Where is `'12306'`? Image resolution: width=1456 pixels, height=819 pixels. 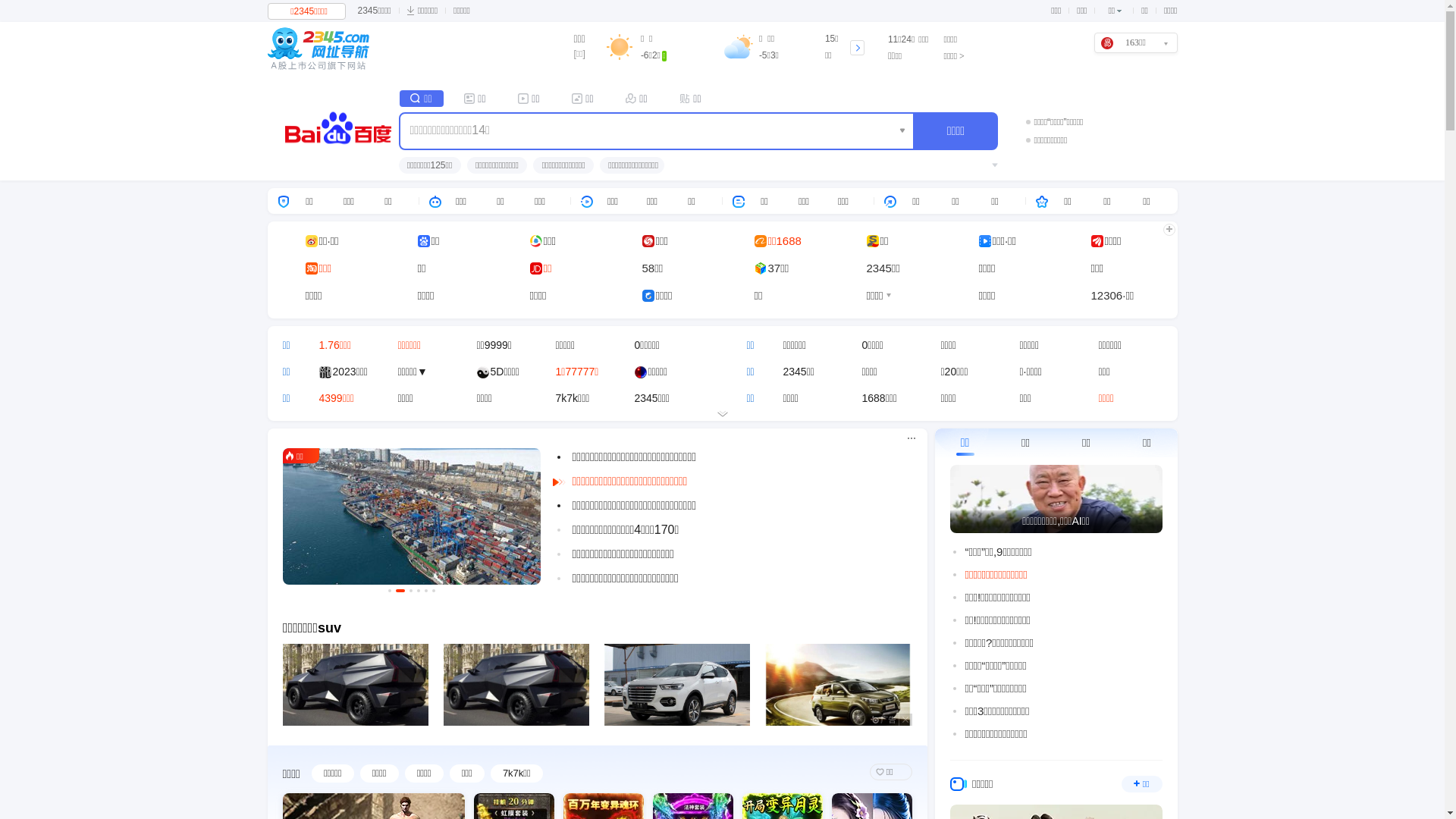
'12306' is located at coordinates (1106, 295).